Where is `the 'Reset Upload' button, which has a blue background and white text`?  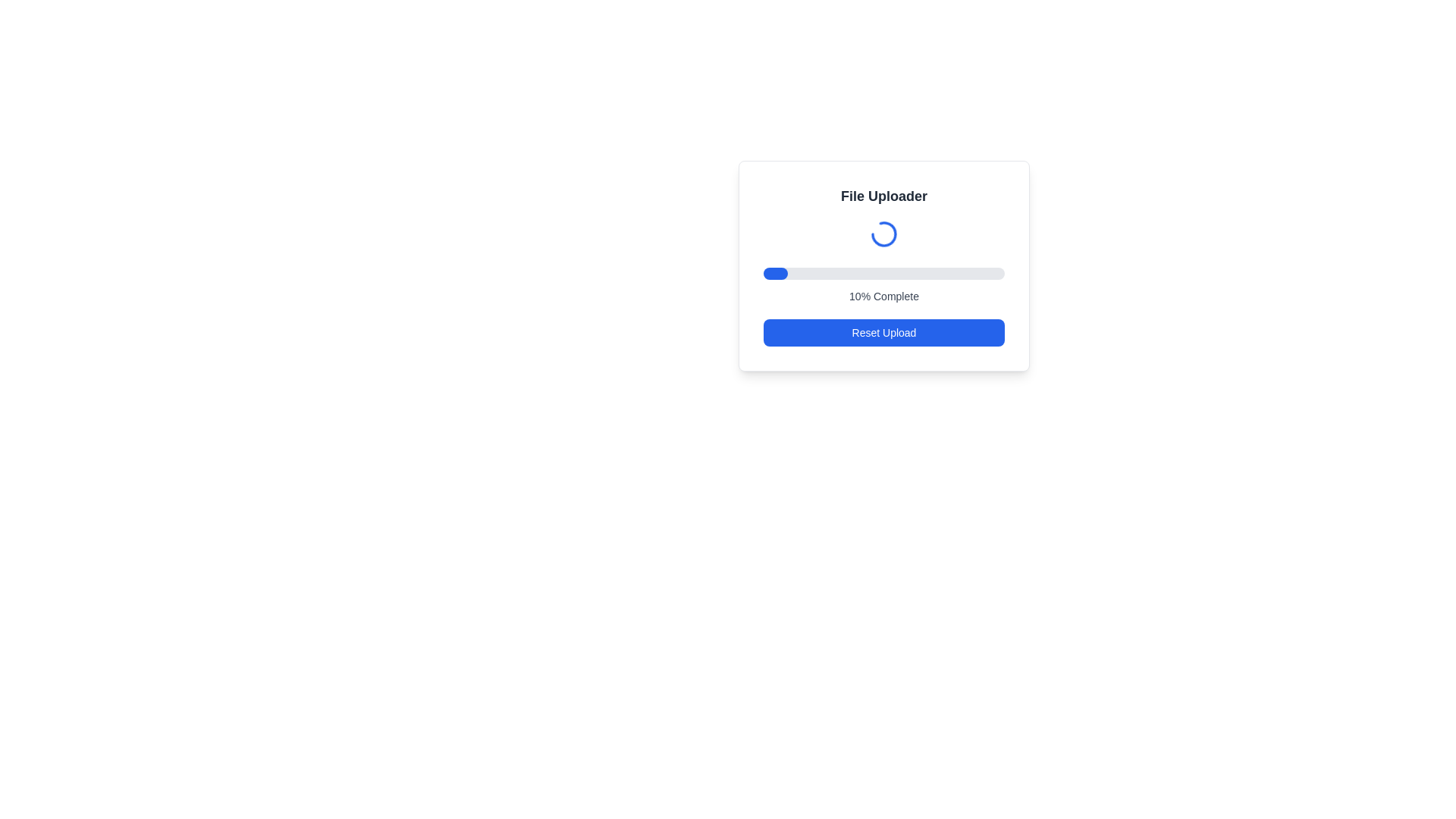 the 'Reset Upload' button, which has a blue background and white text is located at coordinates (884, 332).